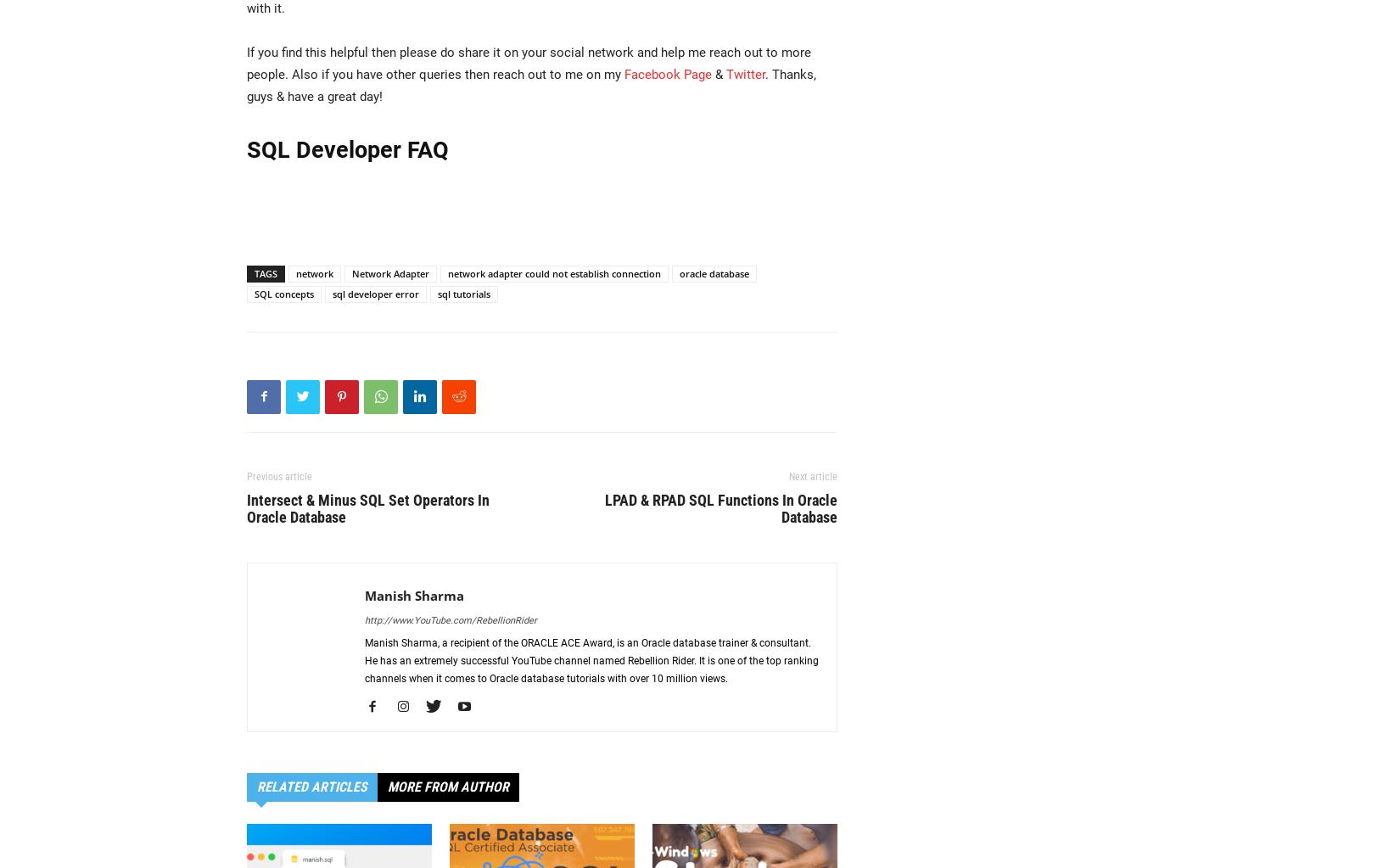 This screenshot has width=1400, height=868. Describe the element at coordinates (363, 658) in the screenshot. I see `'Manish Sharma, a recipient of the ORACLE ACE Award, is an Oracle database trainer & consultant. He has an extremely successful YouTube channel named Rebellion Rider. It is one of the top ranking channels when it comes to Oracle database tutorials with over 10 million views.'` at that location.